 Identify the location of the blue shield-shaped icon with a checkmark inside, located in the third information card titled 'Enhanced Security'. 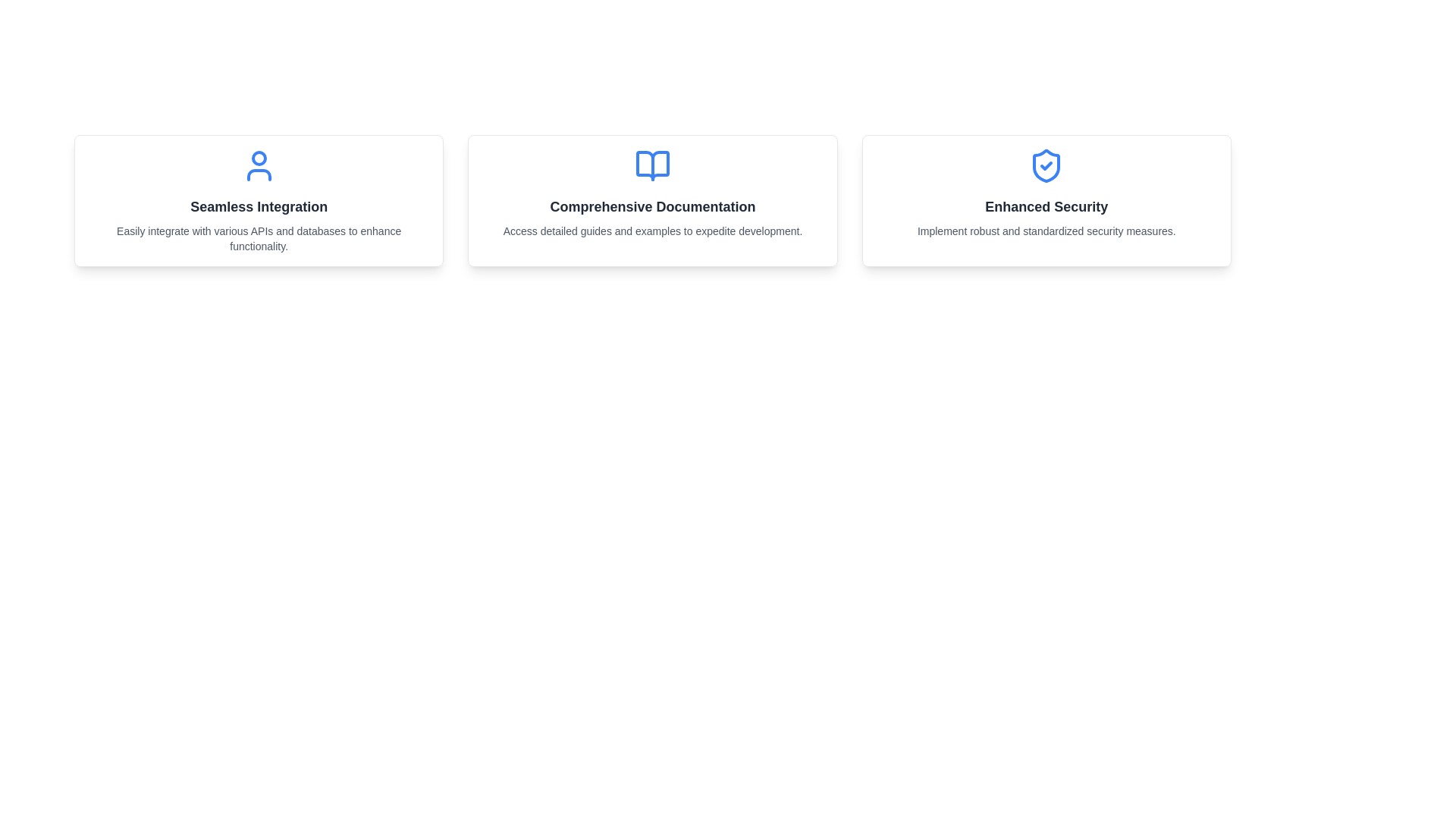
(1046, 166).